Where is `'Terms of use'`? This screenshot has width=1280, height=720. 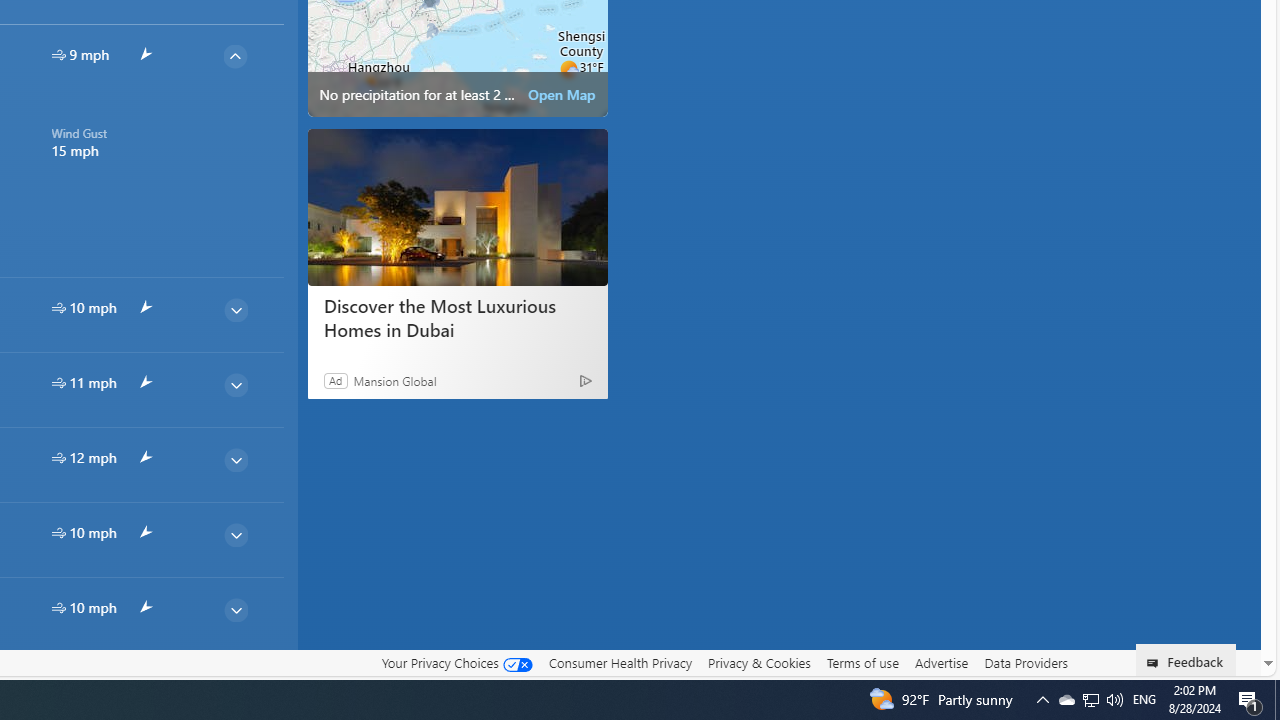
'Terms of use' is located at coordinates (862, 663).